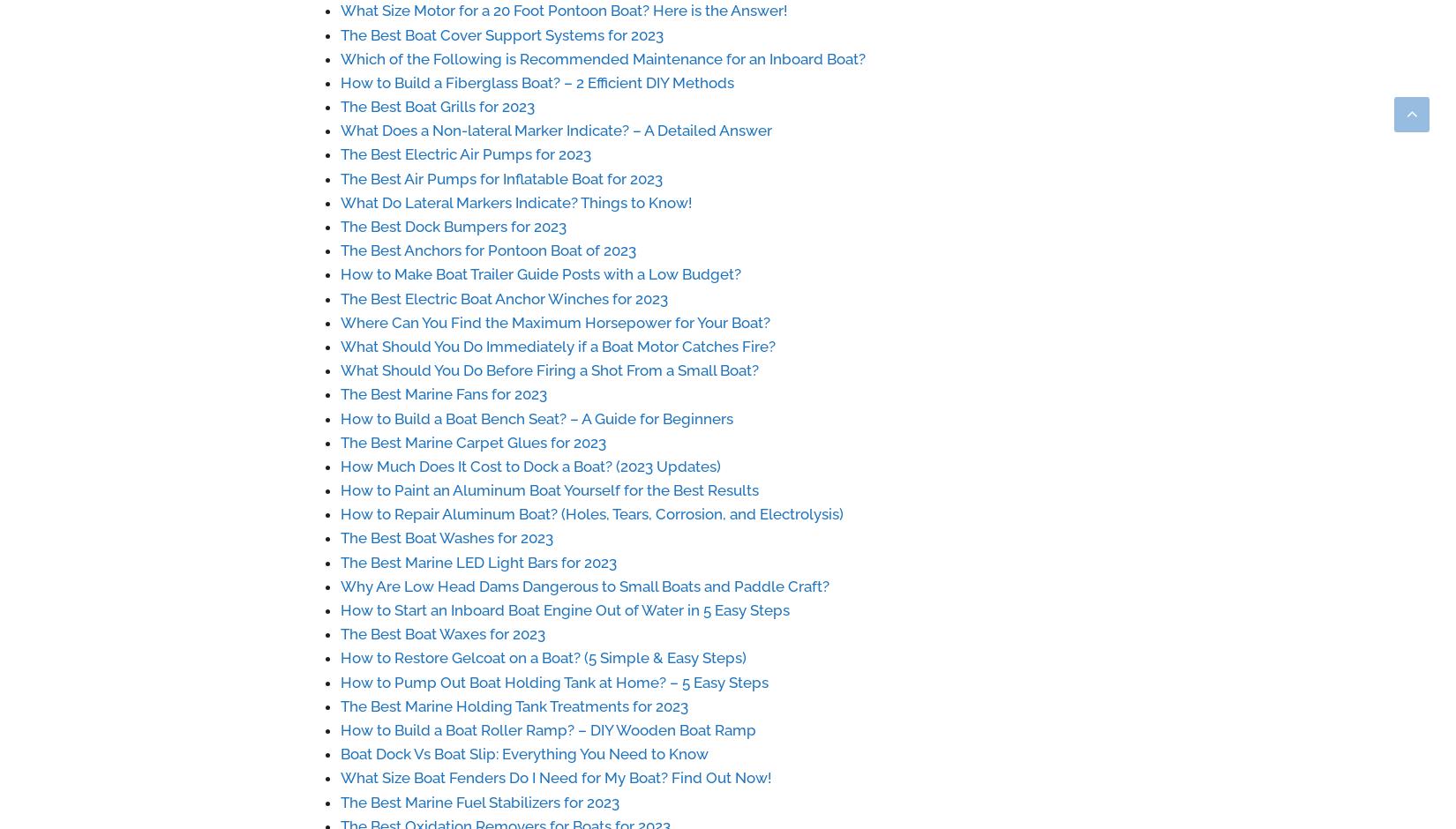  Describe the element at coordinates (513, 706) in the screenshot. I see `'The Best Marine Holding Tank Treatments for 2023'` at that location.